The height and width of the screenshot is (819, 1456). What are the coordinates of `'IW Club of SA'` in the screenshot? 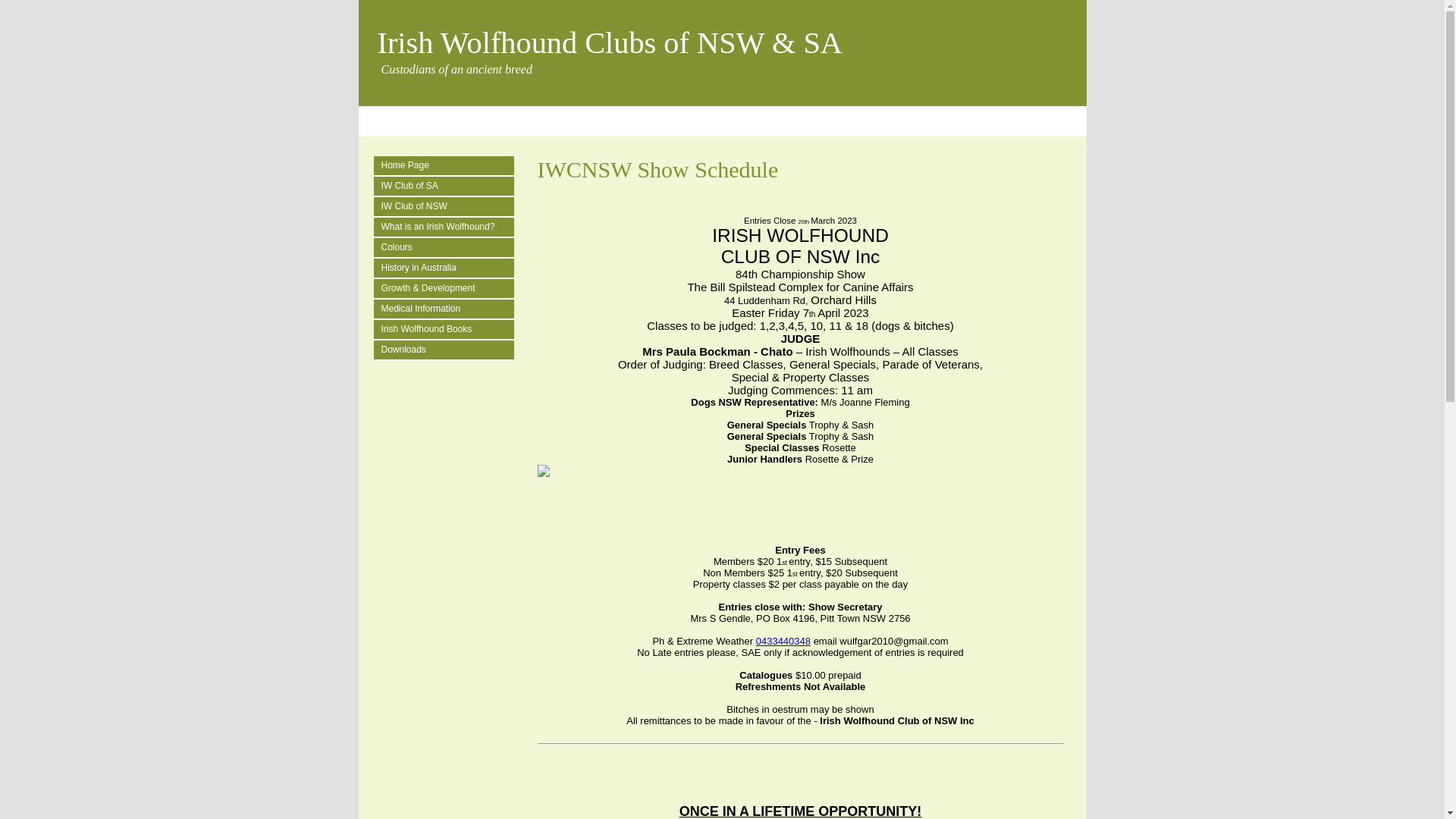 It's located at (446, 185).